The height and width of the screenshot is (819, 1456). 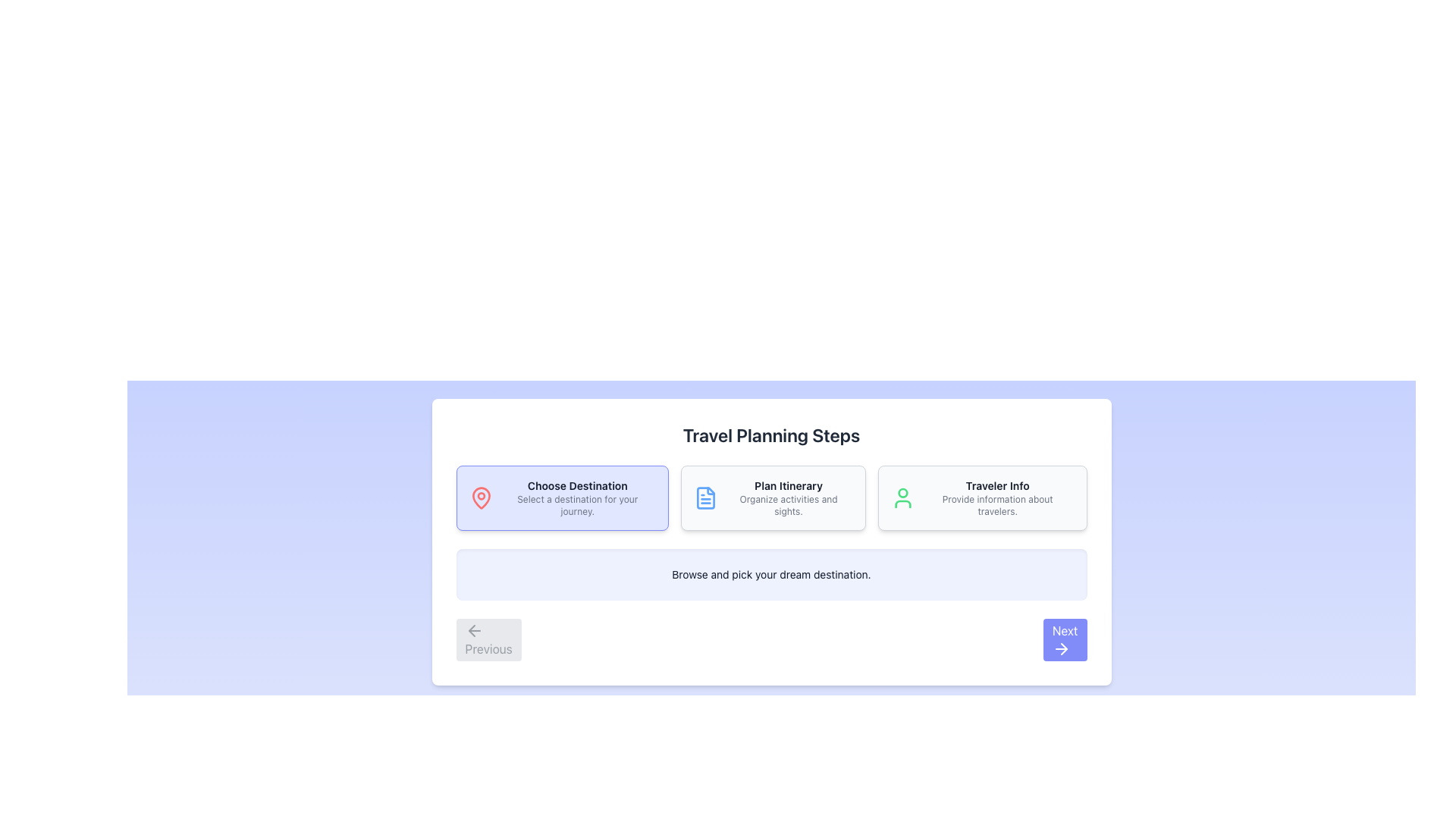 What do you see at coordinates (902, 497) in the screenshot?
I see `the green circular user silhouette icon located at the top left of the 'Traveler Info' card` at bounding box center [902, 497].